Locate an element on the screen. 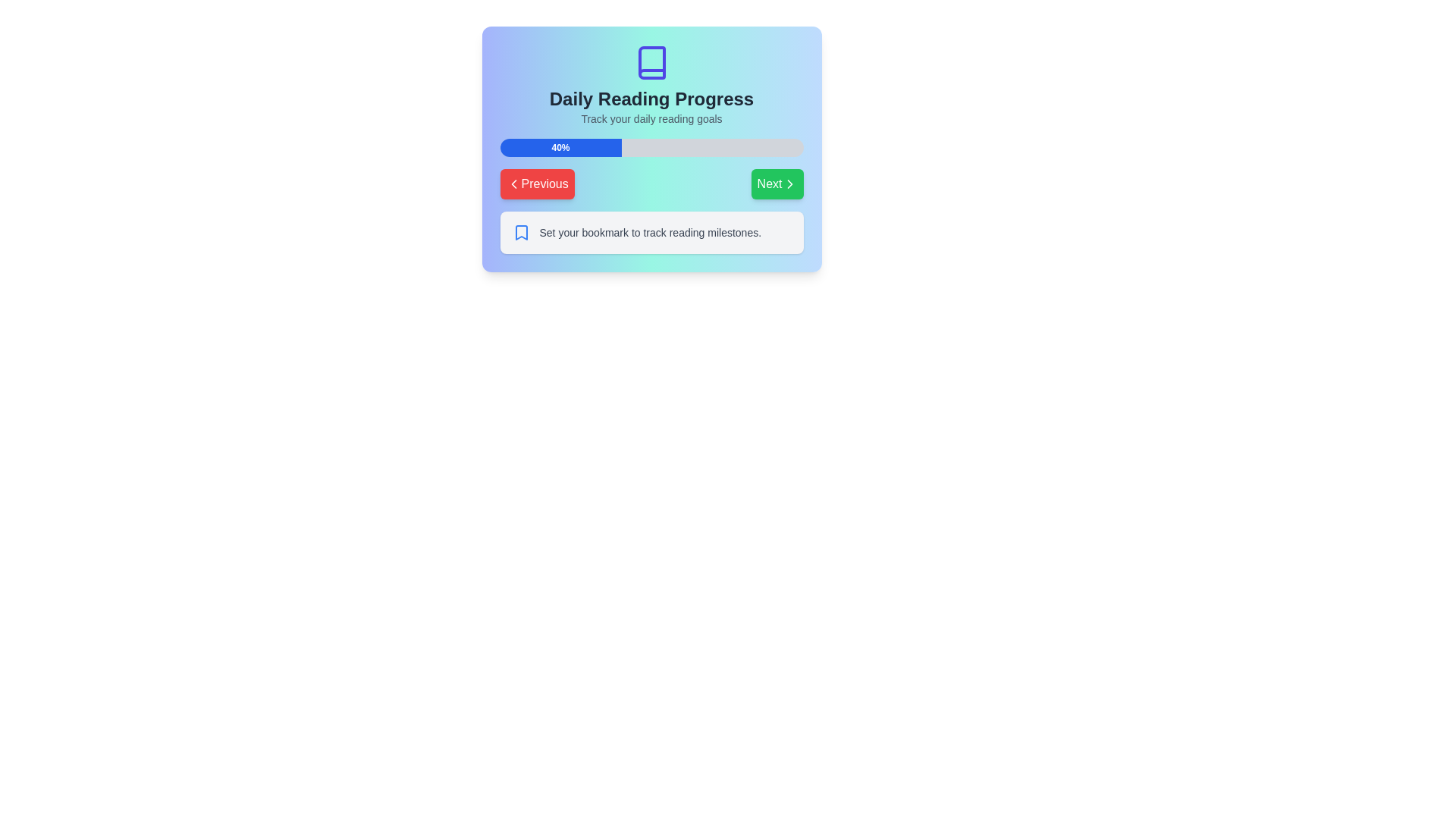 The width and height of the screenshot is (1456, 819). the simplified blue bookmark icon located in the 'Set your bookmark to track reading milestones.' section, which is the first visual element in this area is located at coordinates (521, 233).